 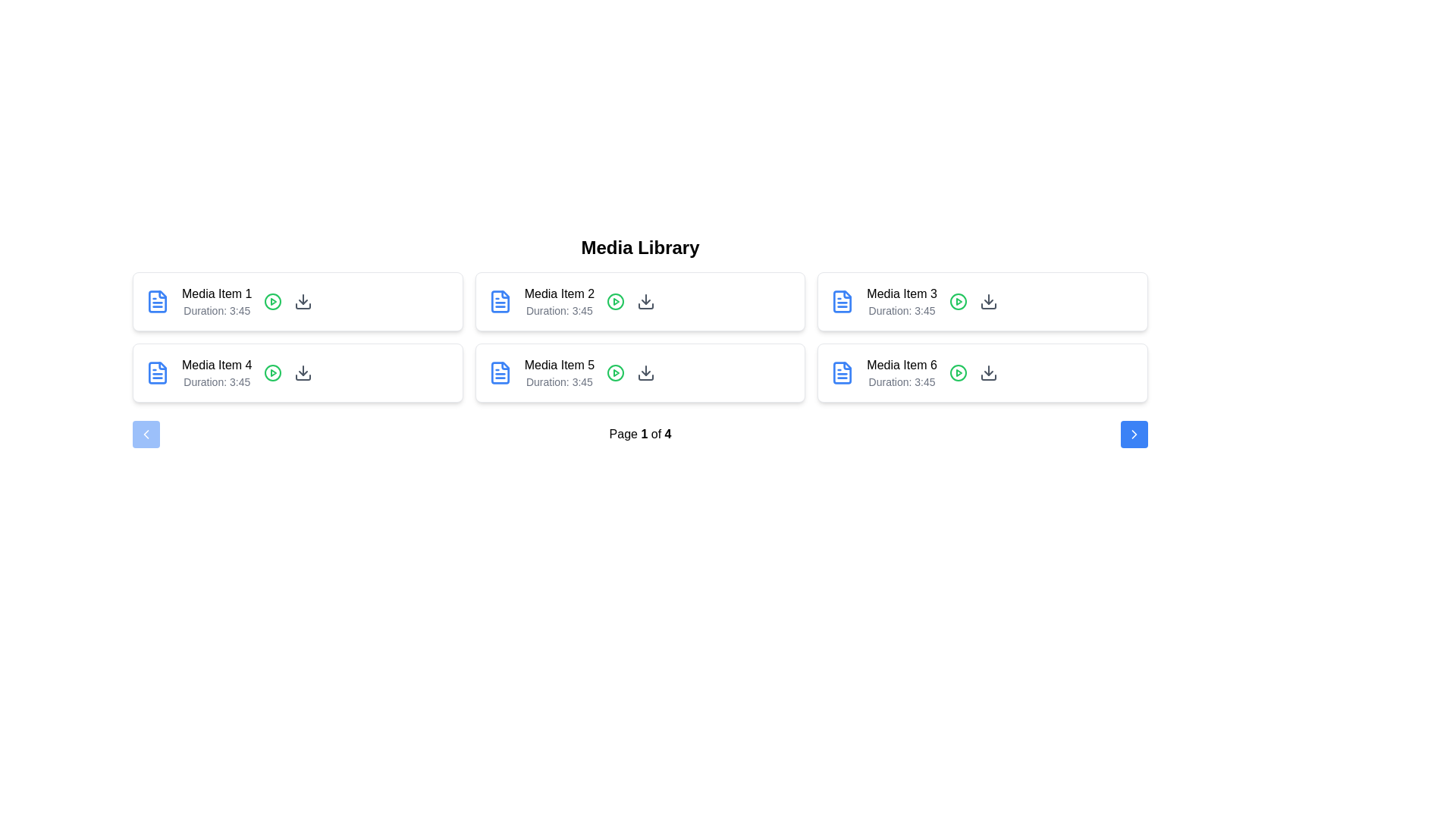 I want to click on the graphical icon representing the file or document associated with 'Media Item 1', so click(x=157, y=373).